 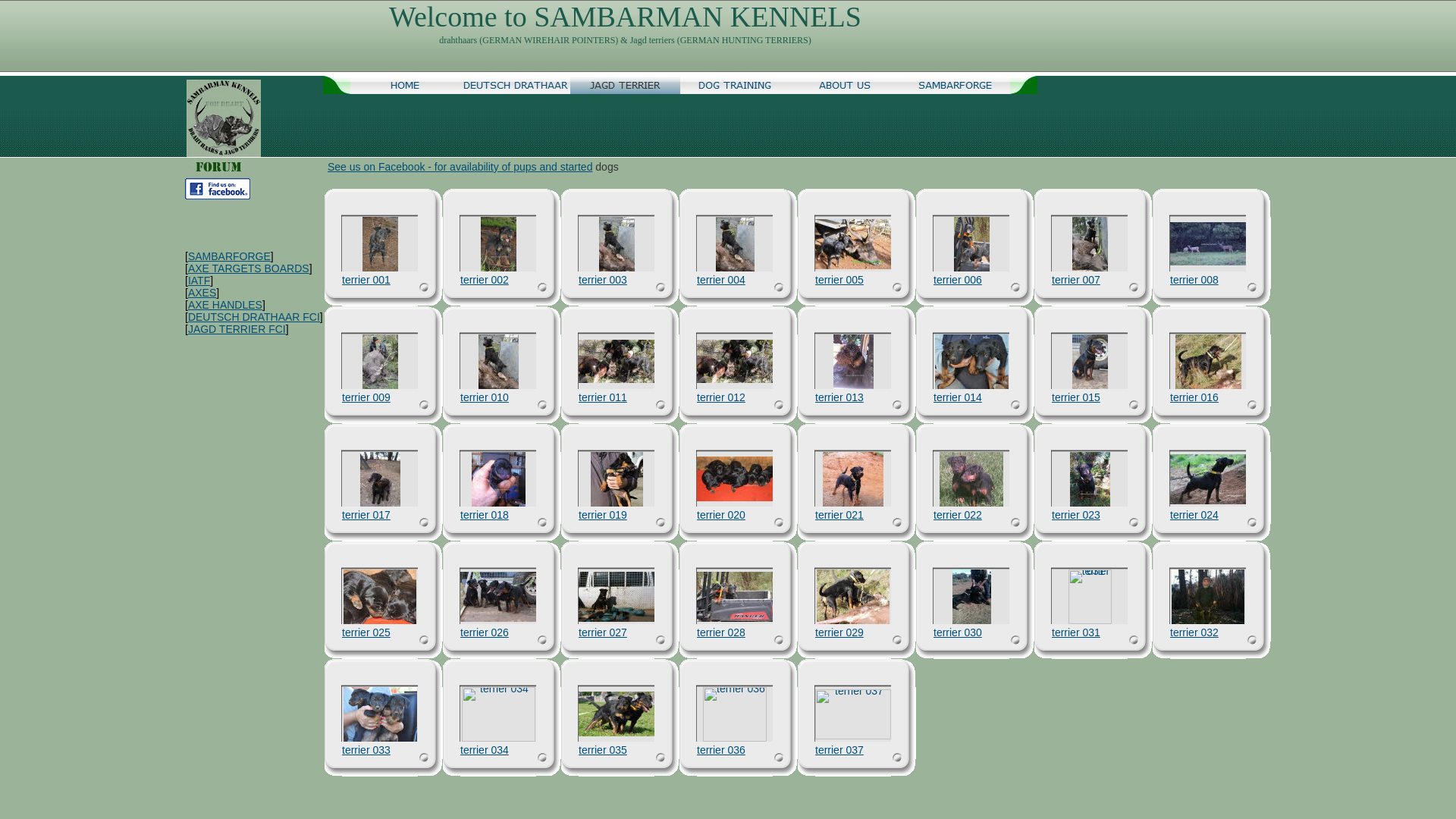 What do you see at coordinates (1075, 513) in the screenshot?
I see `'terrier 023'` at bounding box center [1075, 513].